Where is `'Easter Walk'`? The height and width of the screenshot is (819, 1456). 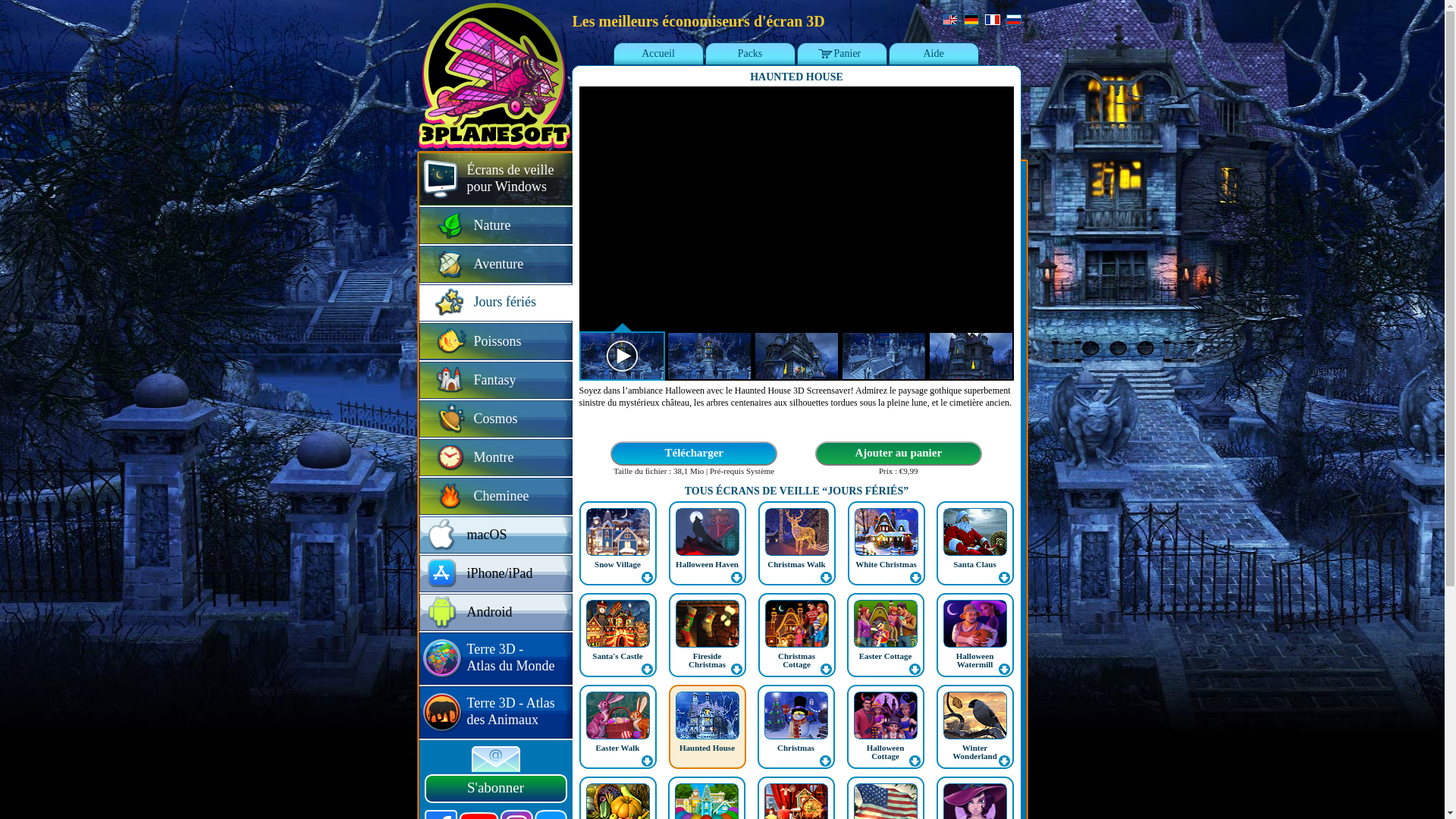
'Easter Walk' is located at coordinates (618, 726).